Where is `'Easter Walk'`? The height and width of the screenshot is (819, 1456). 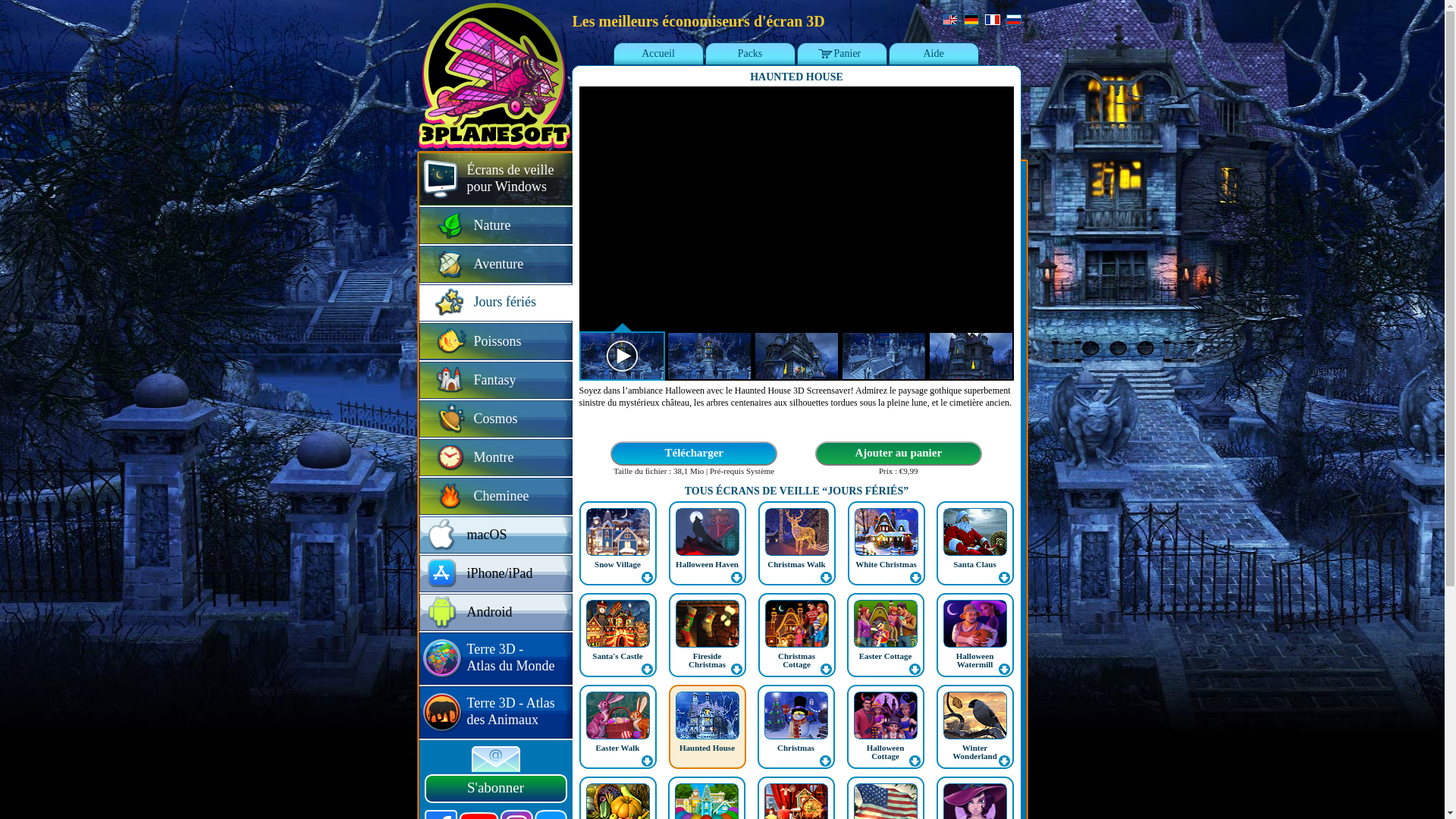
'Easter Walk' is located at coordinates (618, 726).